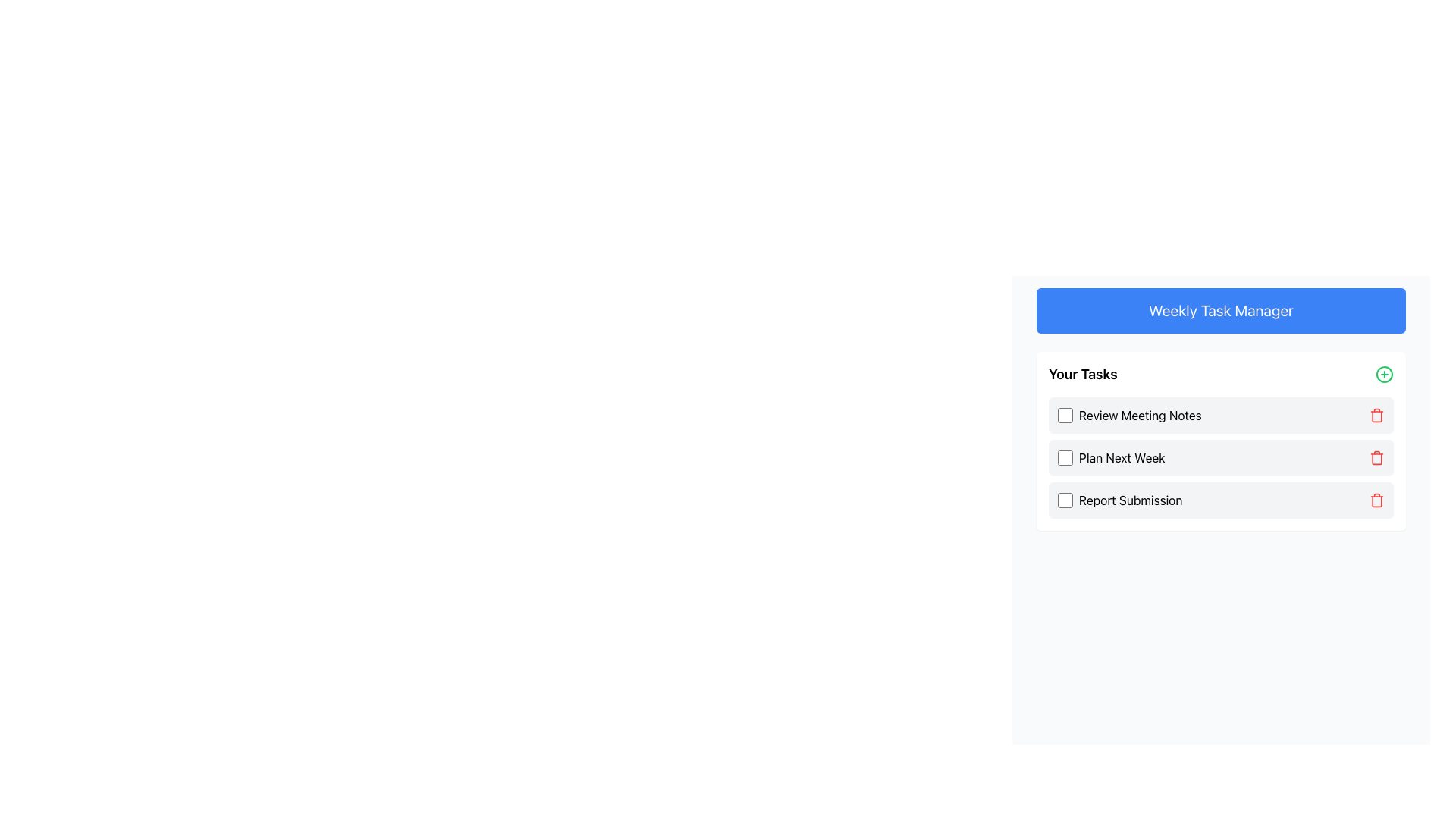 The width and height of the screenshot is (1456, 819). Describe the element at coordinates (1376, 458) in the screenshot. I see `the red trash can icon located at the far right of the 'Plan Next Week' row in the task list of the Weekly Task Manager interface` at that location.